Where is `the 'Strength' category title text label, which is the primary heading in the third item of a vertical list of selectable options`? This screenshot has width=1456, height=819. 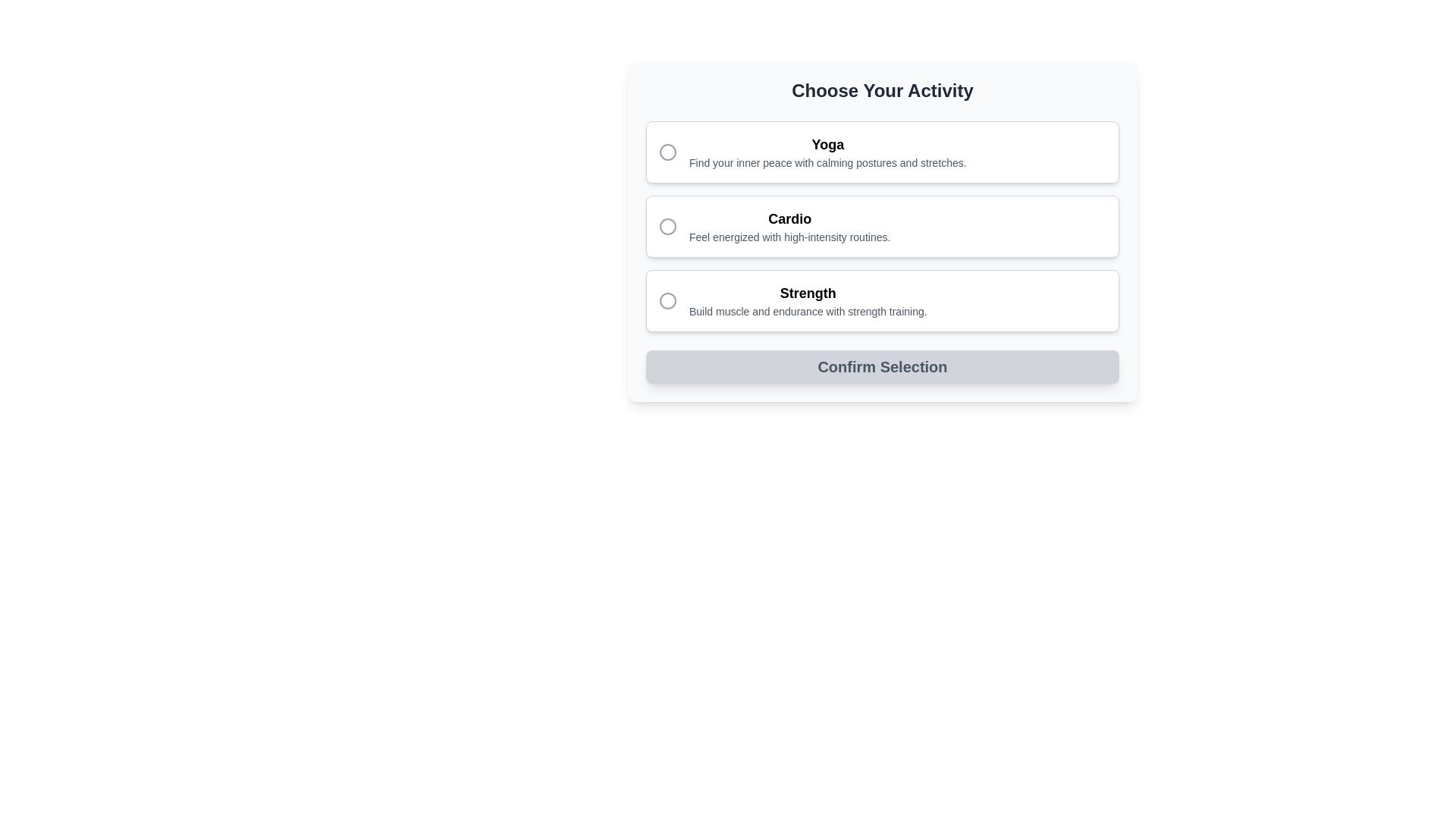 the 'Strength' category title text label, which is the primary heading in the third item of a vertical list of selectable options is located at coordinates (807, 293).